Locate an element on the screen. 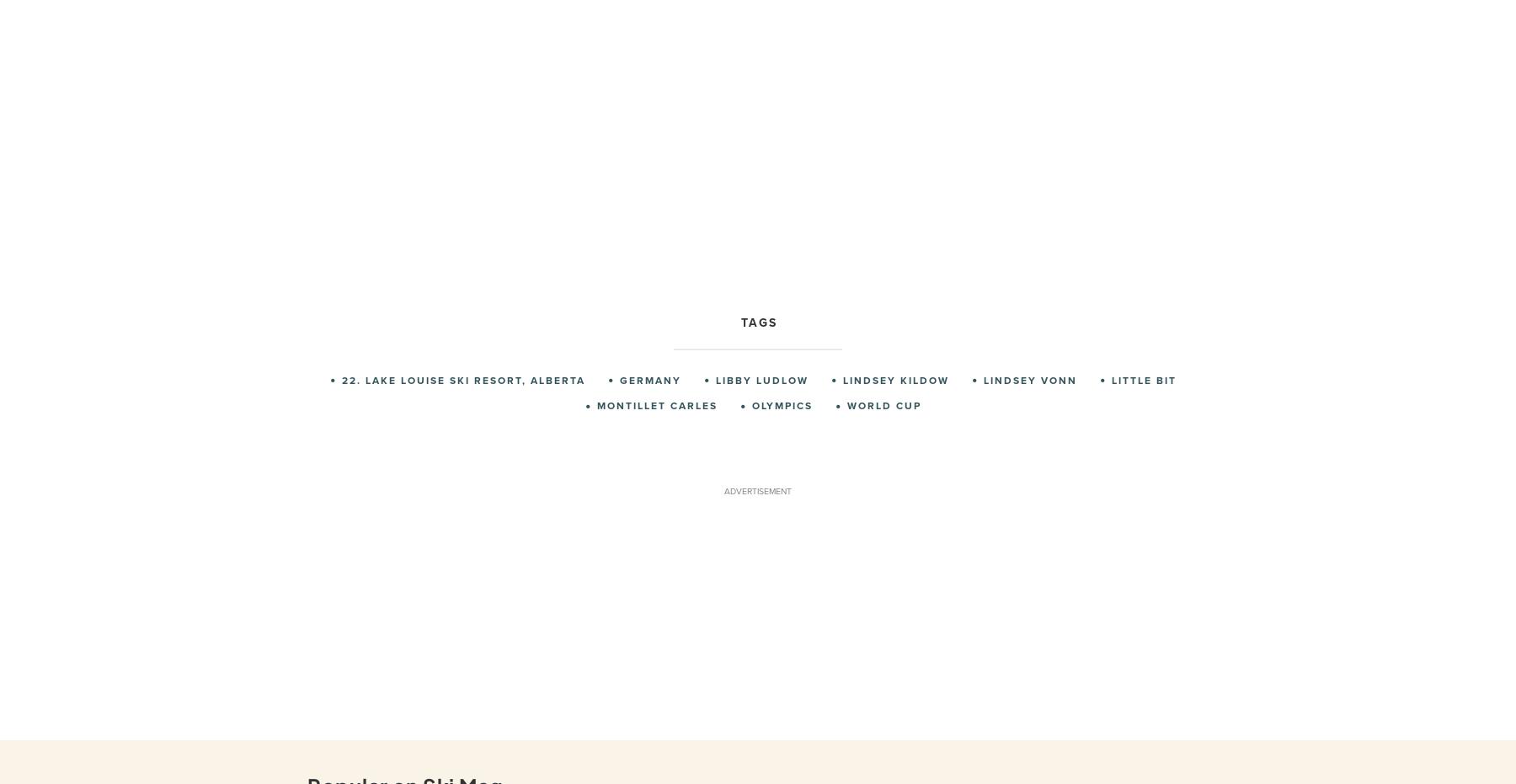 Image resolution: width=1516 pixels, height=784 pixels. 'Lindsey Vonn' is located at coordinates (1029, 378).